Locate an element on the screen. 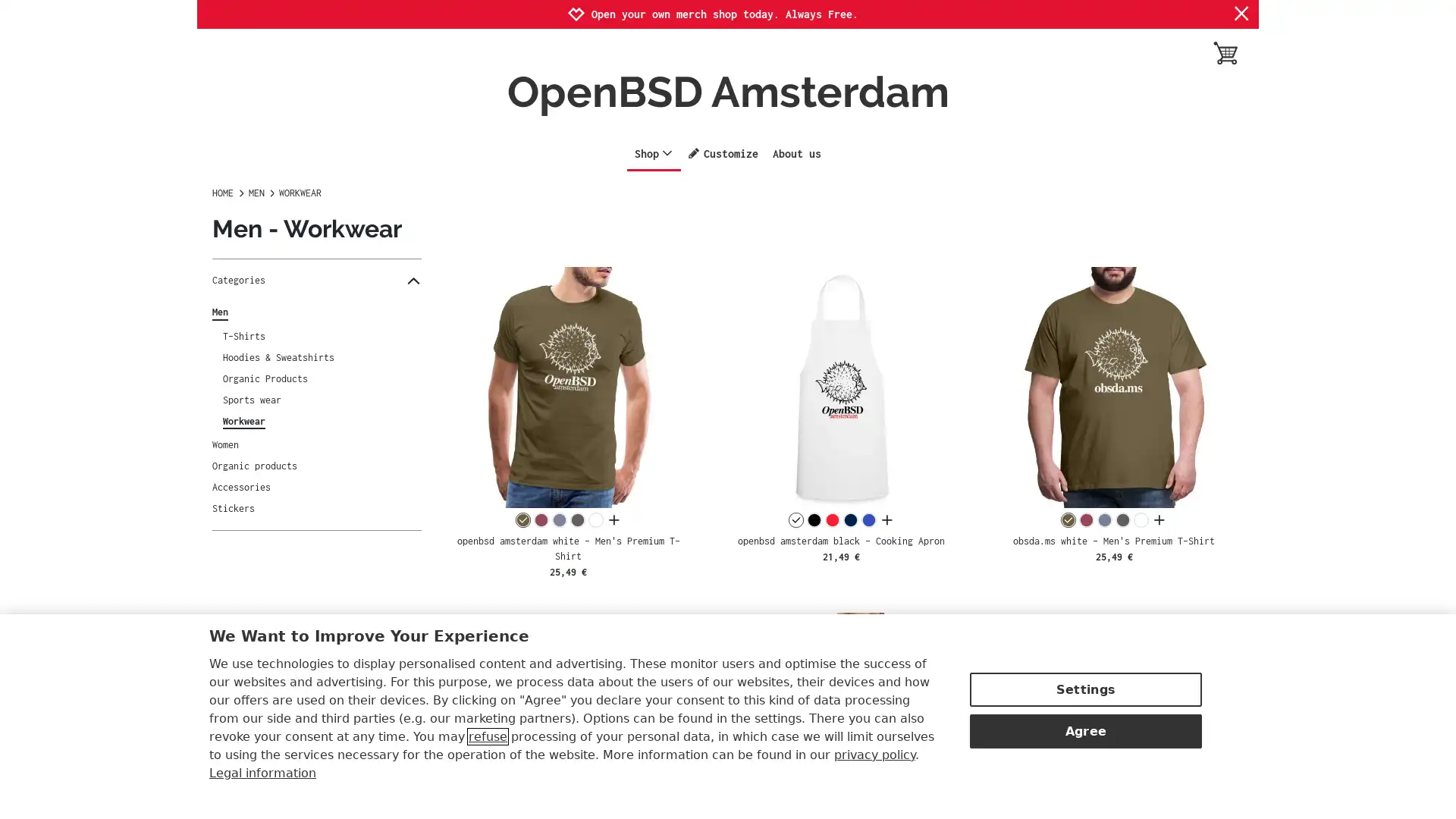 The image size is (1456, 819). white is located at coordinates (795, 519).